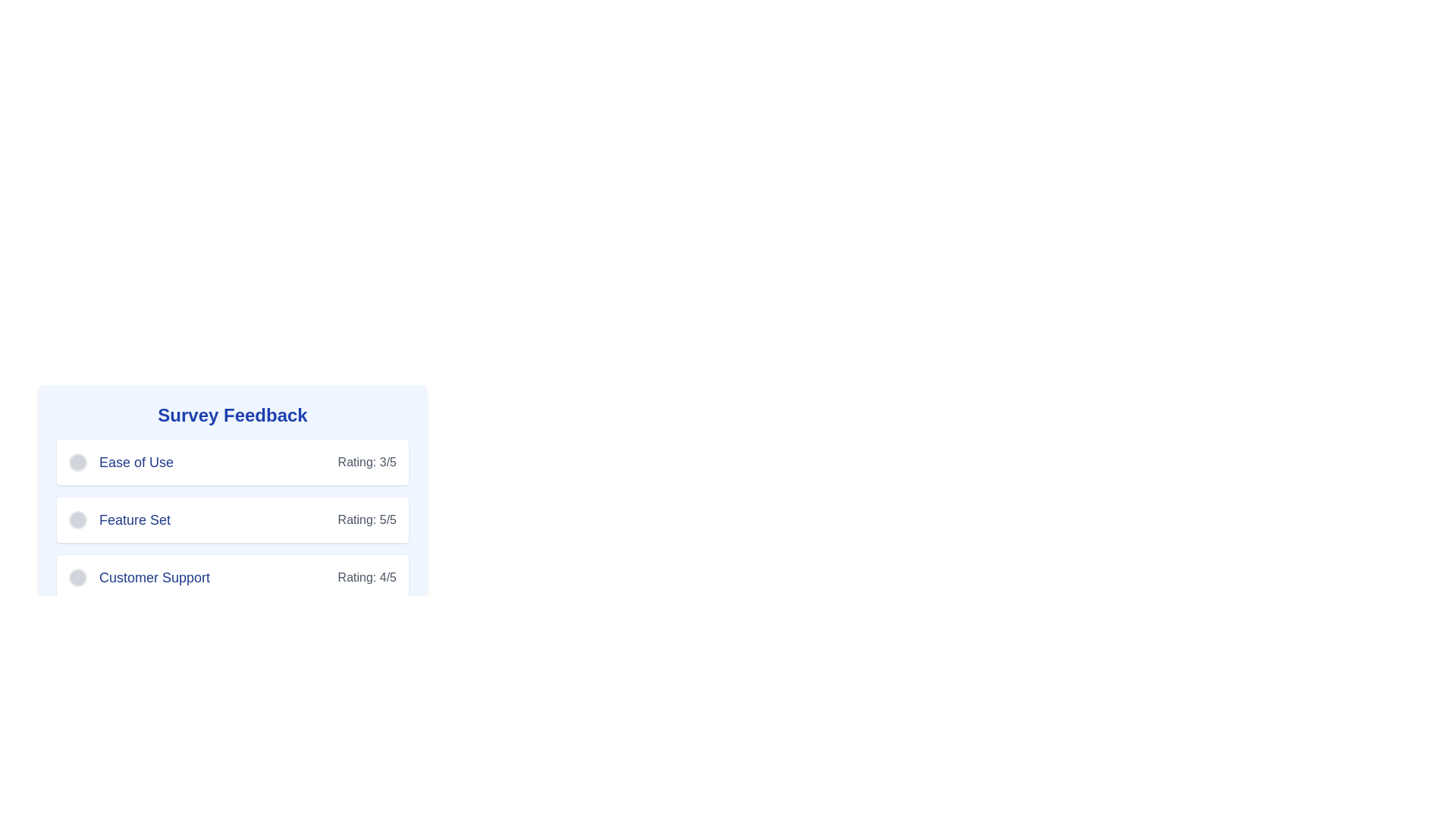 The width and height of the screenshot is (1456, 819). Describe the element at coordinates (232, 519) in the screenshot. I see `the Informational block displaying the 'Feature Set' rating score, which is the second of three blocks under the 'Survey Feedback' section` at that location.